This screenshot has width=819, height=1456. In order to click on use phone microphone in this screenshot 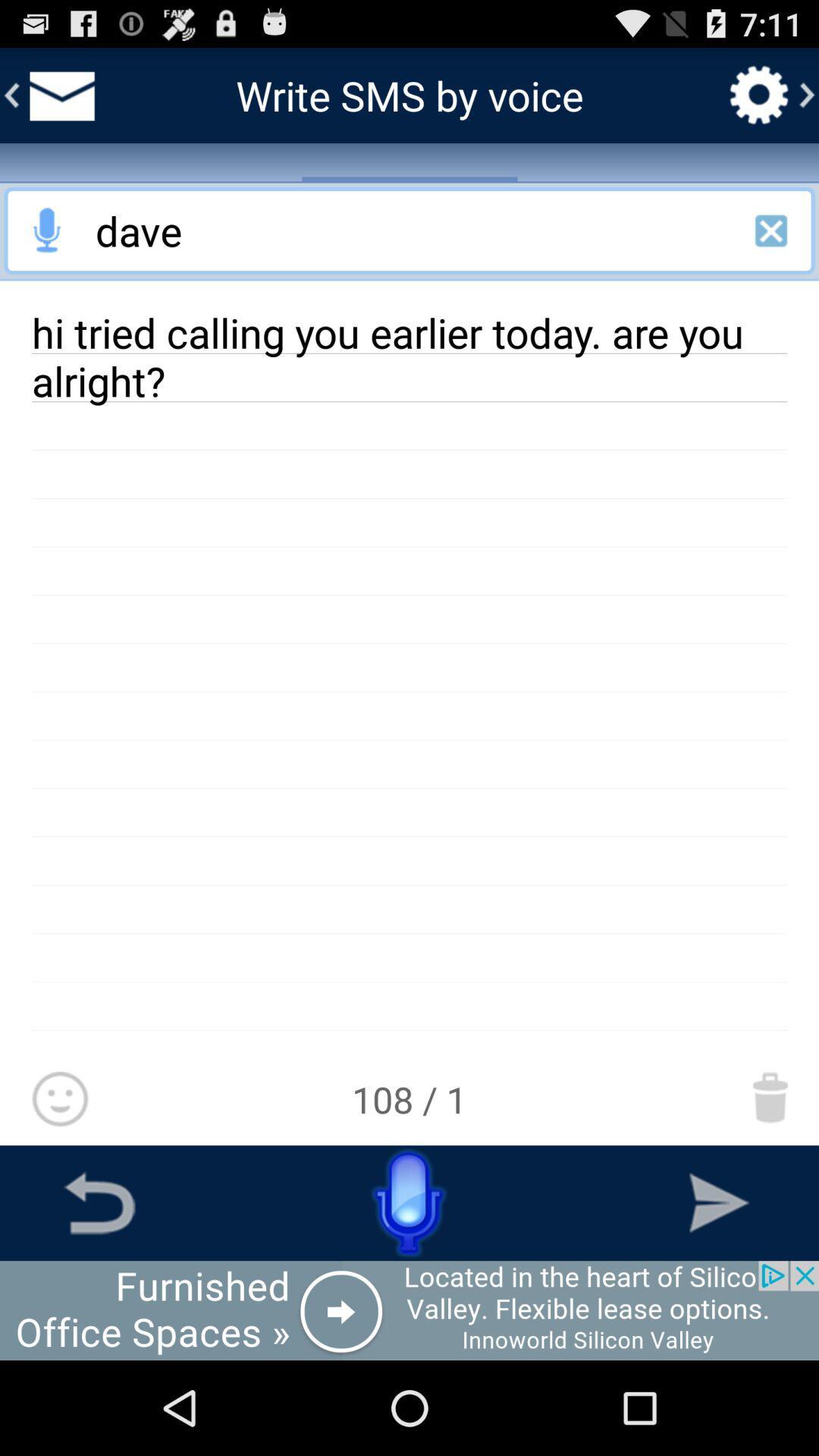, I will do `click(409, 1202)`.